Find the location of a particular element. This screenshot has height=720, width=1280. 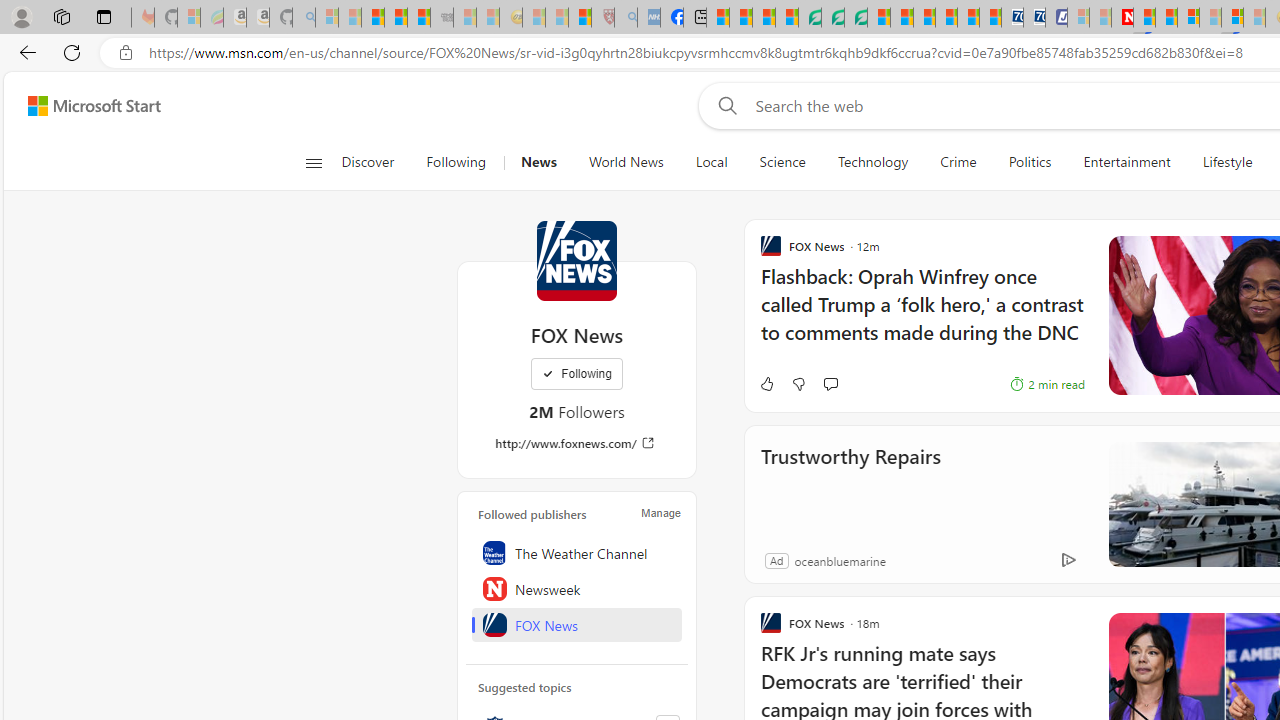

'Newsweek' is located at coordinates (576, 587).